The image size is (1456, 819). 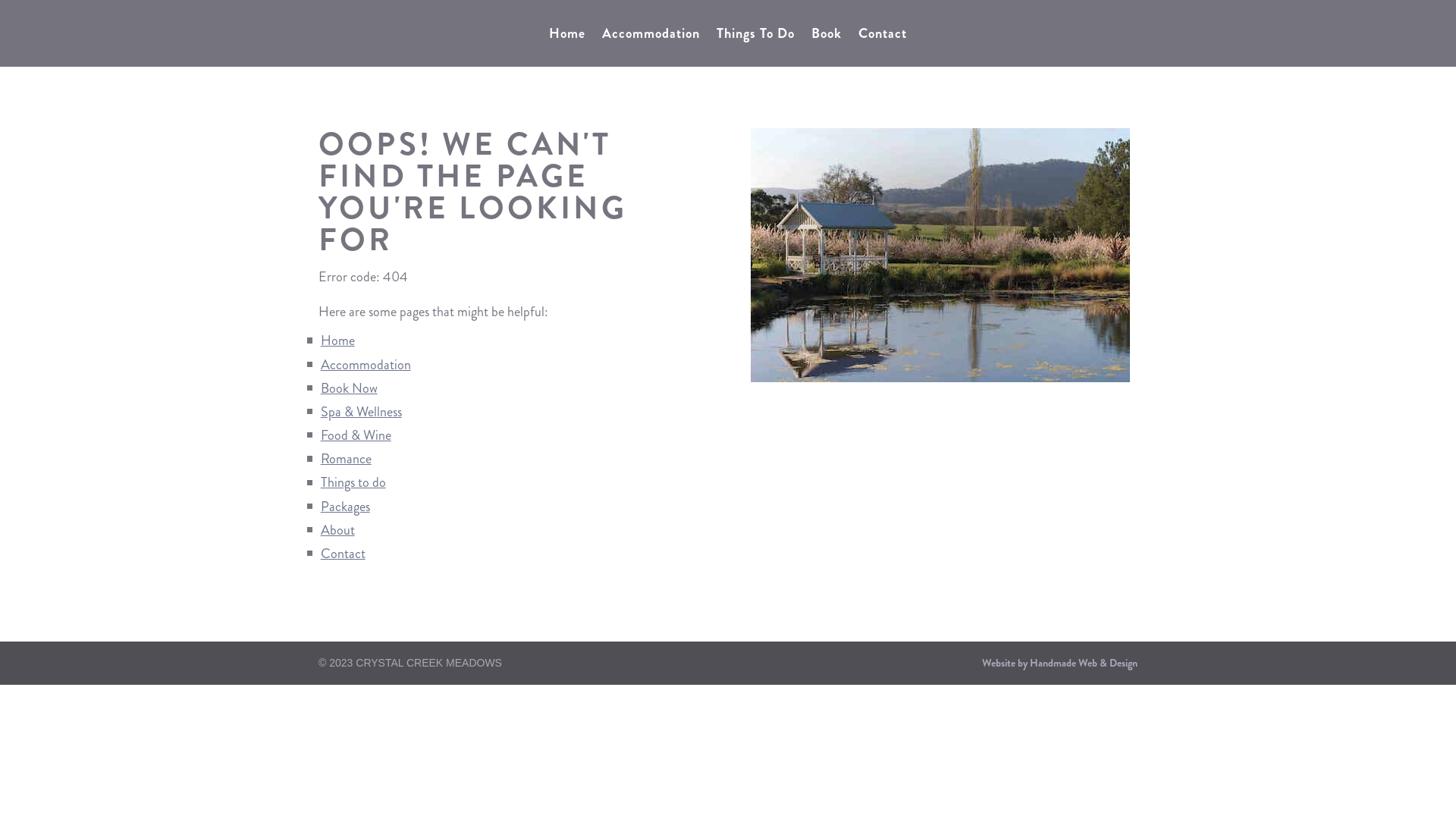 I want to click on 'Accommodation', so click(x=651, y=35).